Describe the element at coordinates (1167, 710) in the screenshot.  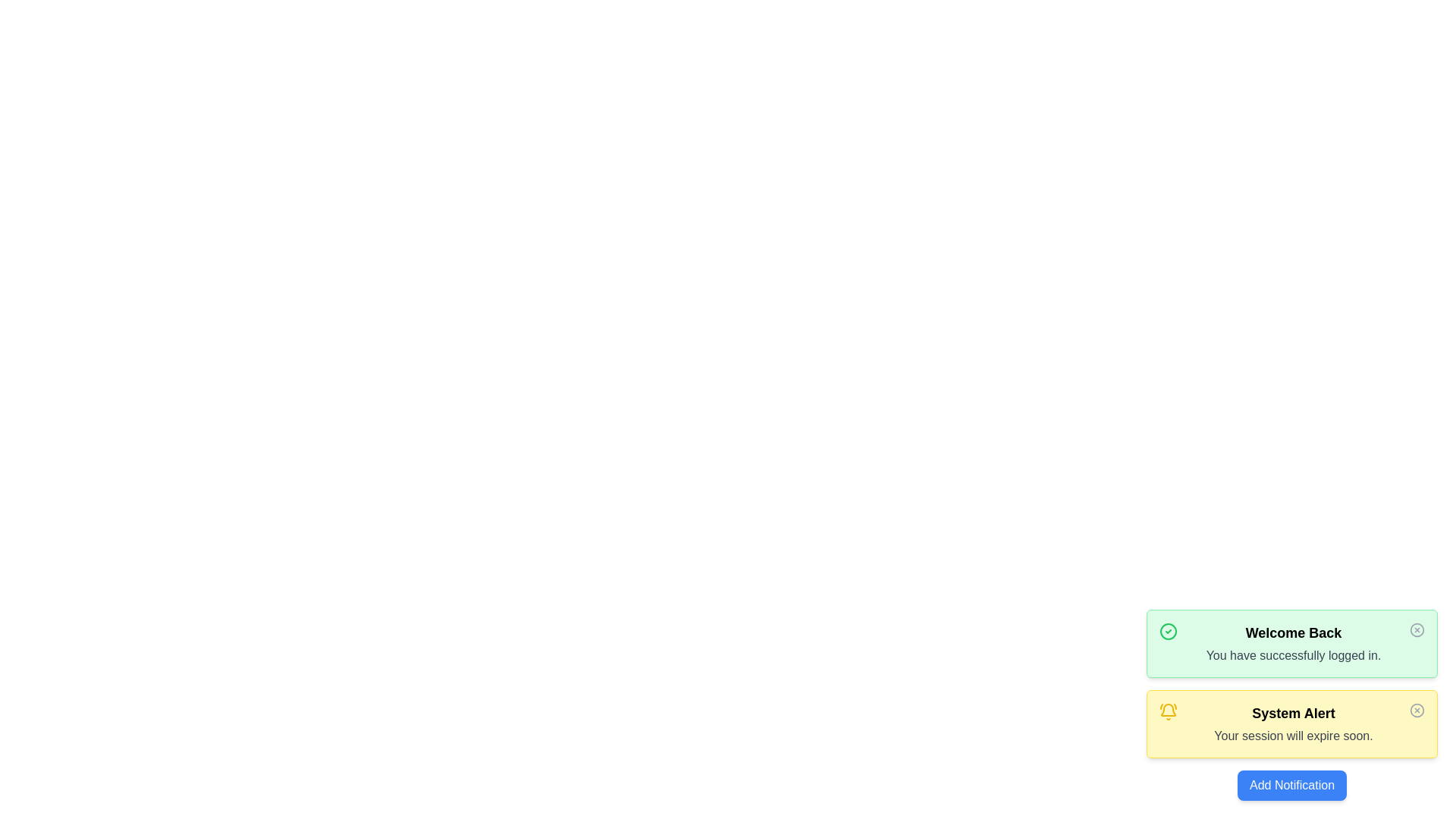
I see `the yellow bell-shaped notification icon located in the top-right corner of the system alert box` at that location.